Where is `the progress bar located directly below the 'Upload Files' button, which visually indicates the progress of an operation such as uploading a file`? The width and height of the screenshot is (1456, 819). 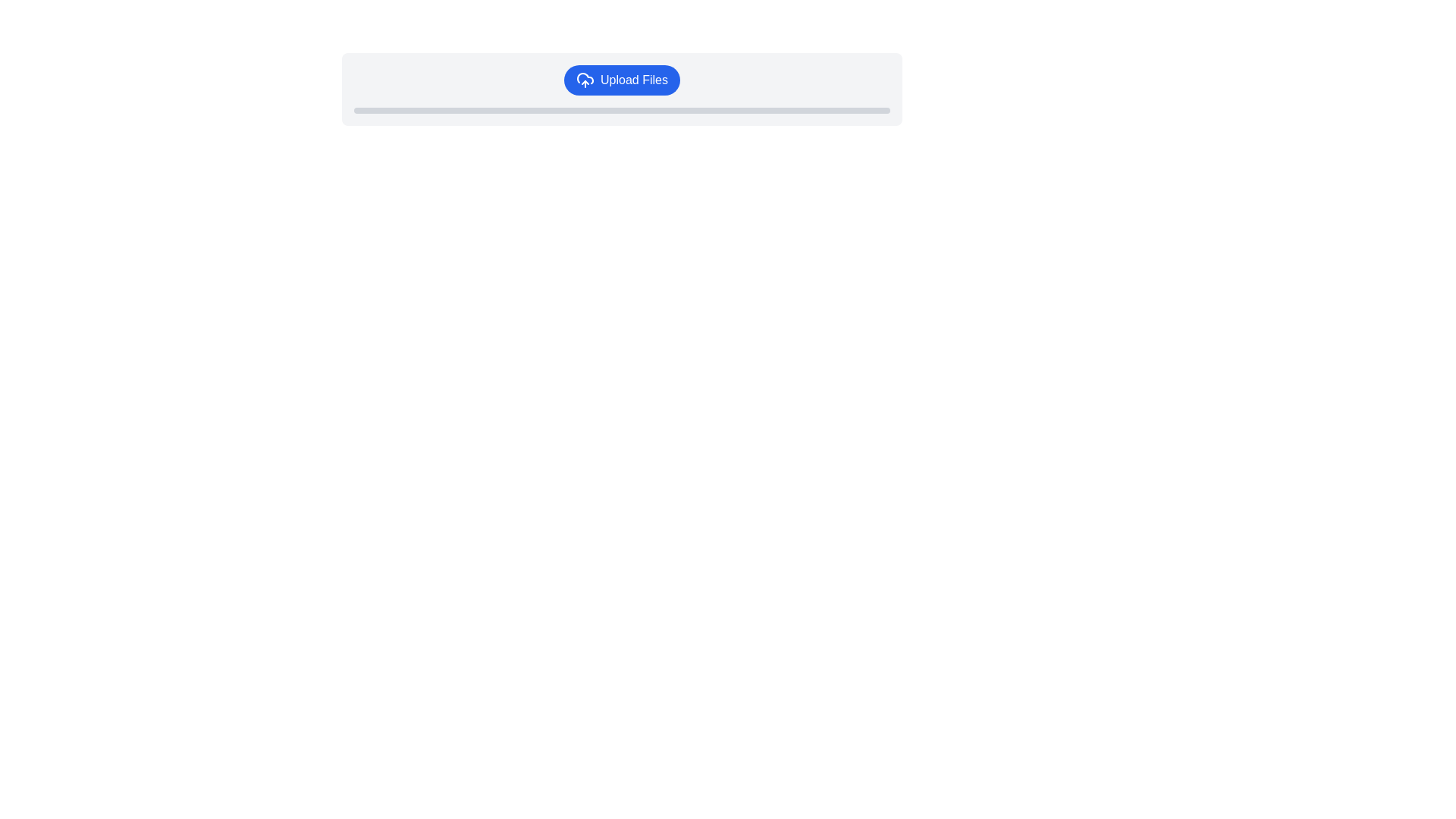
the progress bar located directly below the 'Upload Files' button, which visually indicates the progress of an operation such as uploading a file is located at coordinates (622, 110).